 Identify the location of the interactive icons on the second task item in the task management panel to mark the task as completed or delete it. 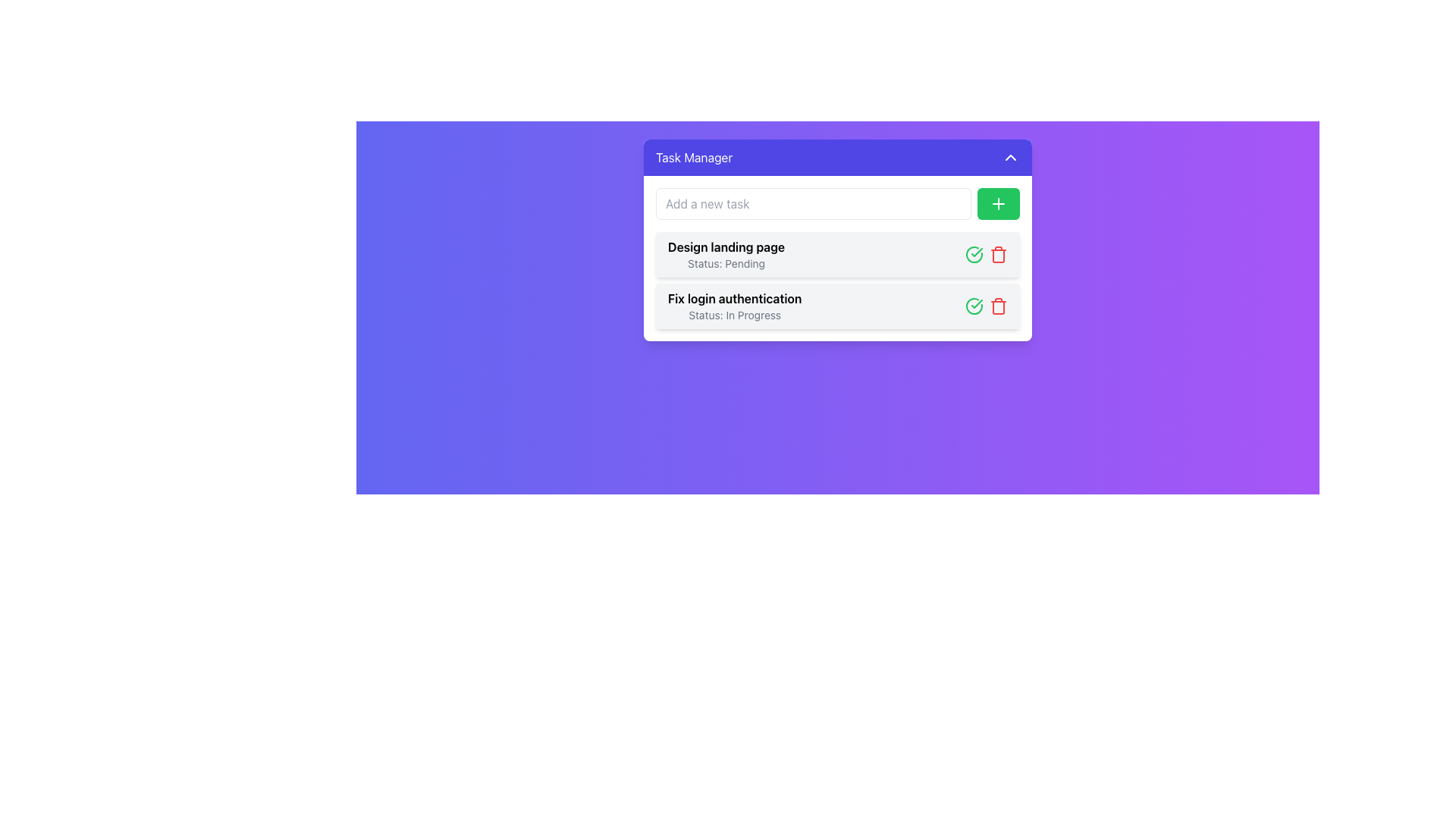
(836, 306).